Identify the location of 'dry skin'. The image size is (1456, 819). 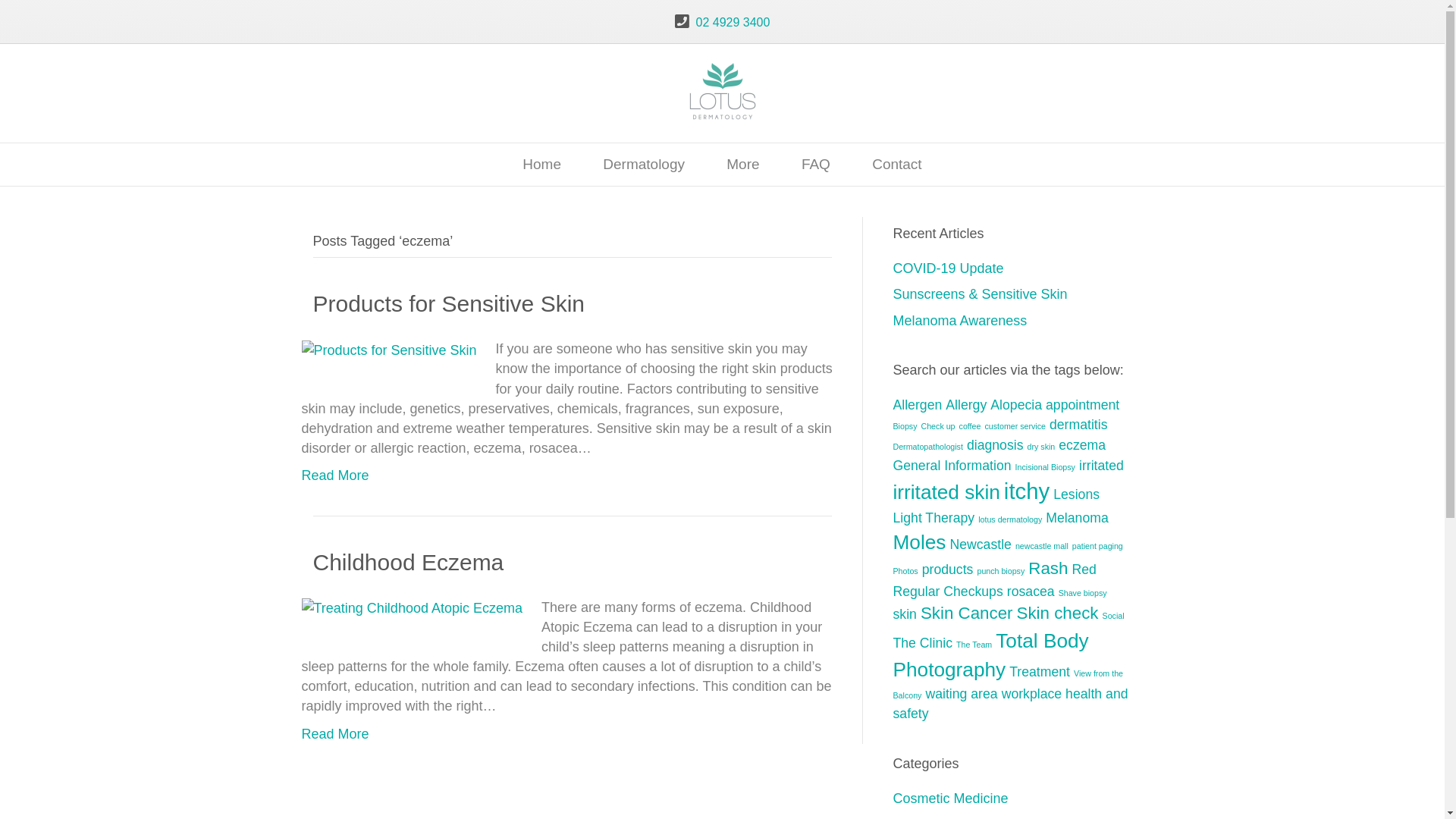
(1027, 446).